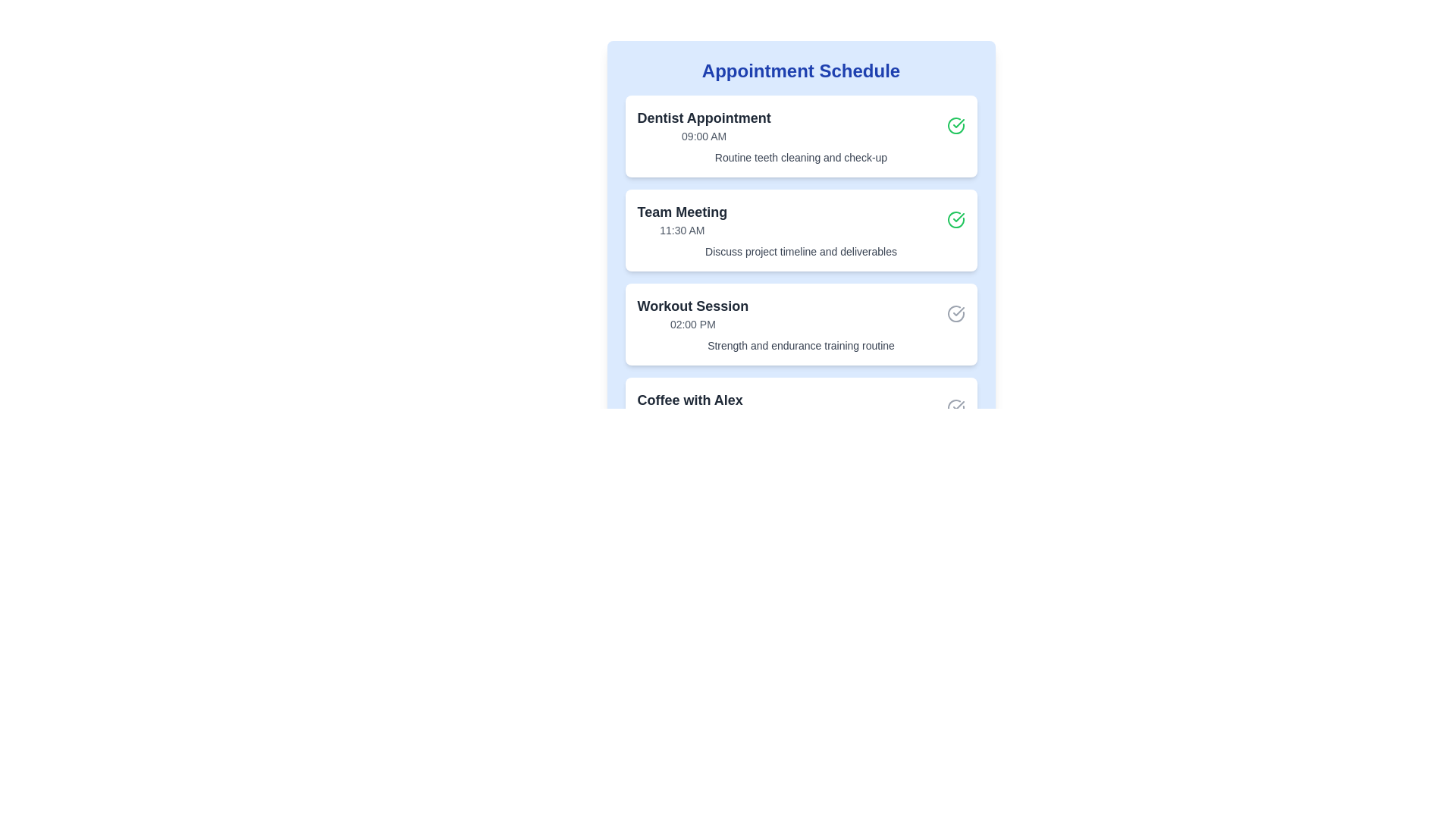 The image size is (1456, 819). What do you see at coordinates (692, 306) in the screenshot?
I see `the text label 'Workout Session' which is prominently displayed in bold gray font at the top of the third card in the appointment schedule list` at bounding box center [692, 306].